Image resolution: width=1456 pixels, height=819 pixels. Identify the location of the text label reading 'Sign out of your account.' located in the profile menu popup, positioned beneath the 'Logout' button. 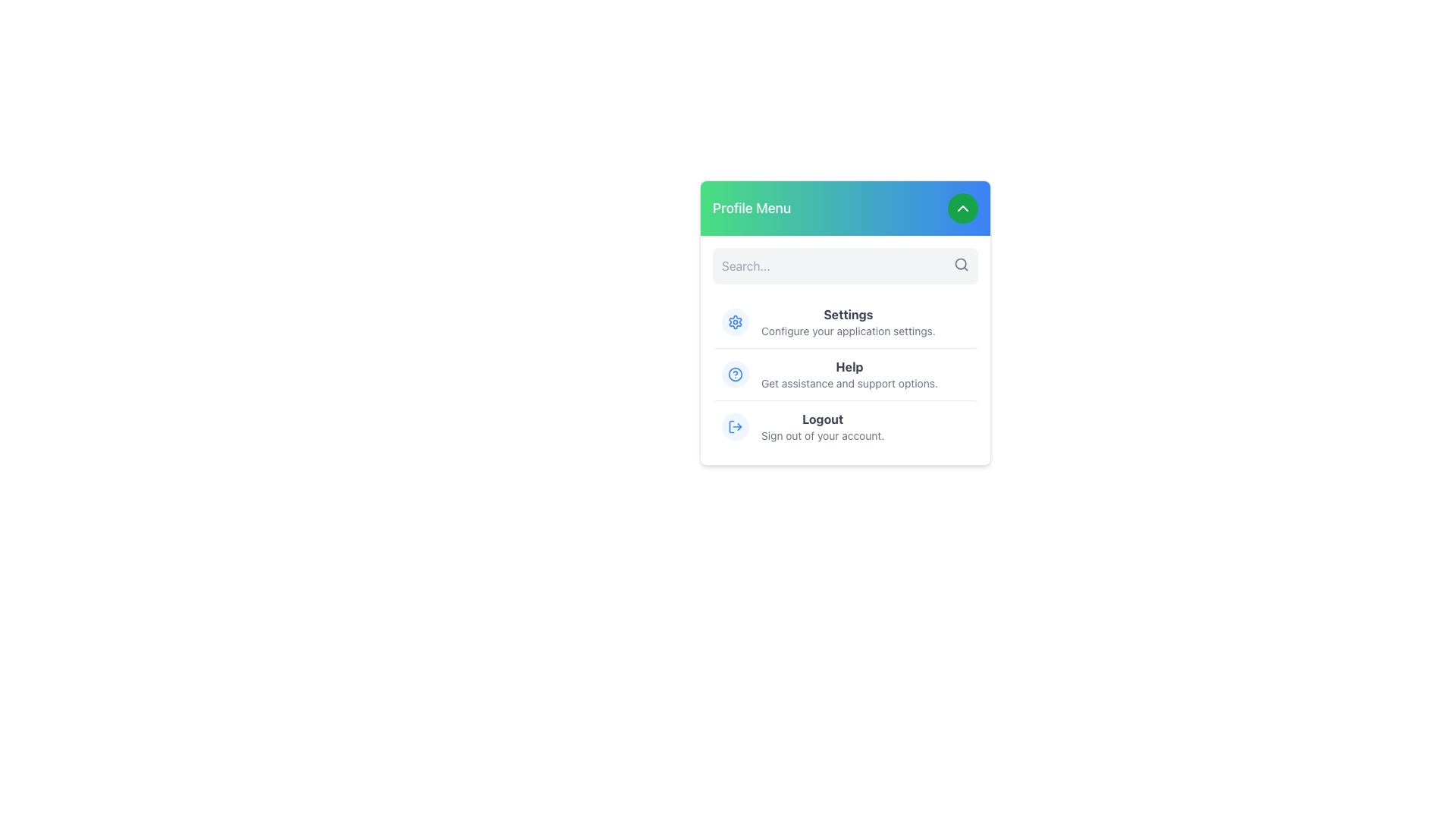
(822, 435).